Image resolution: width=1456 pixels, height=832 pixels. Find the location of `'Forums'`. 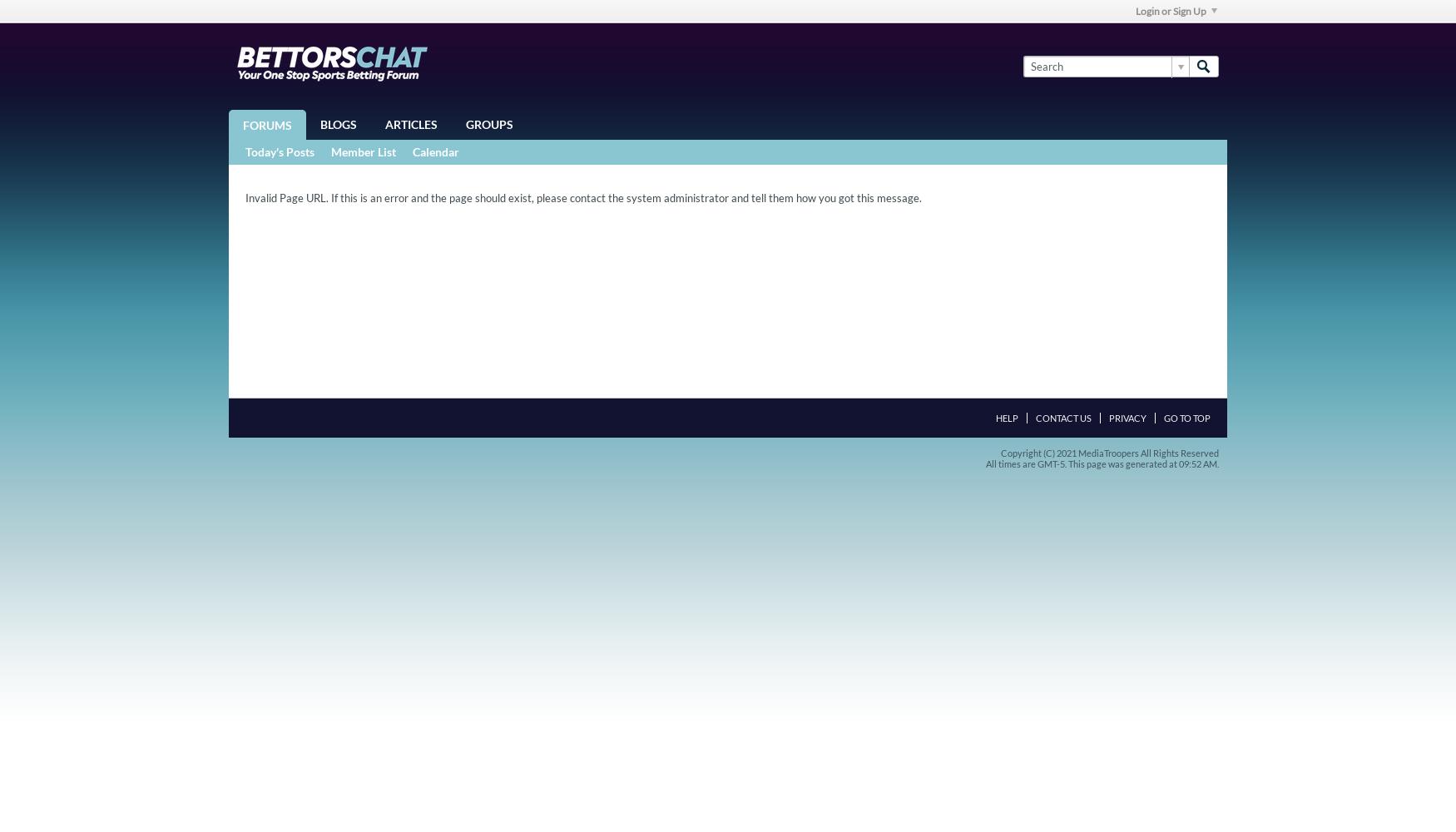

'Forums' is located at coordinates (242, 125).